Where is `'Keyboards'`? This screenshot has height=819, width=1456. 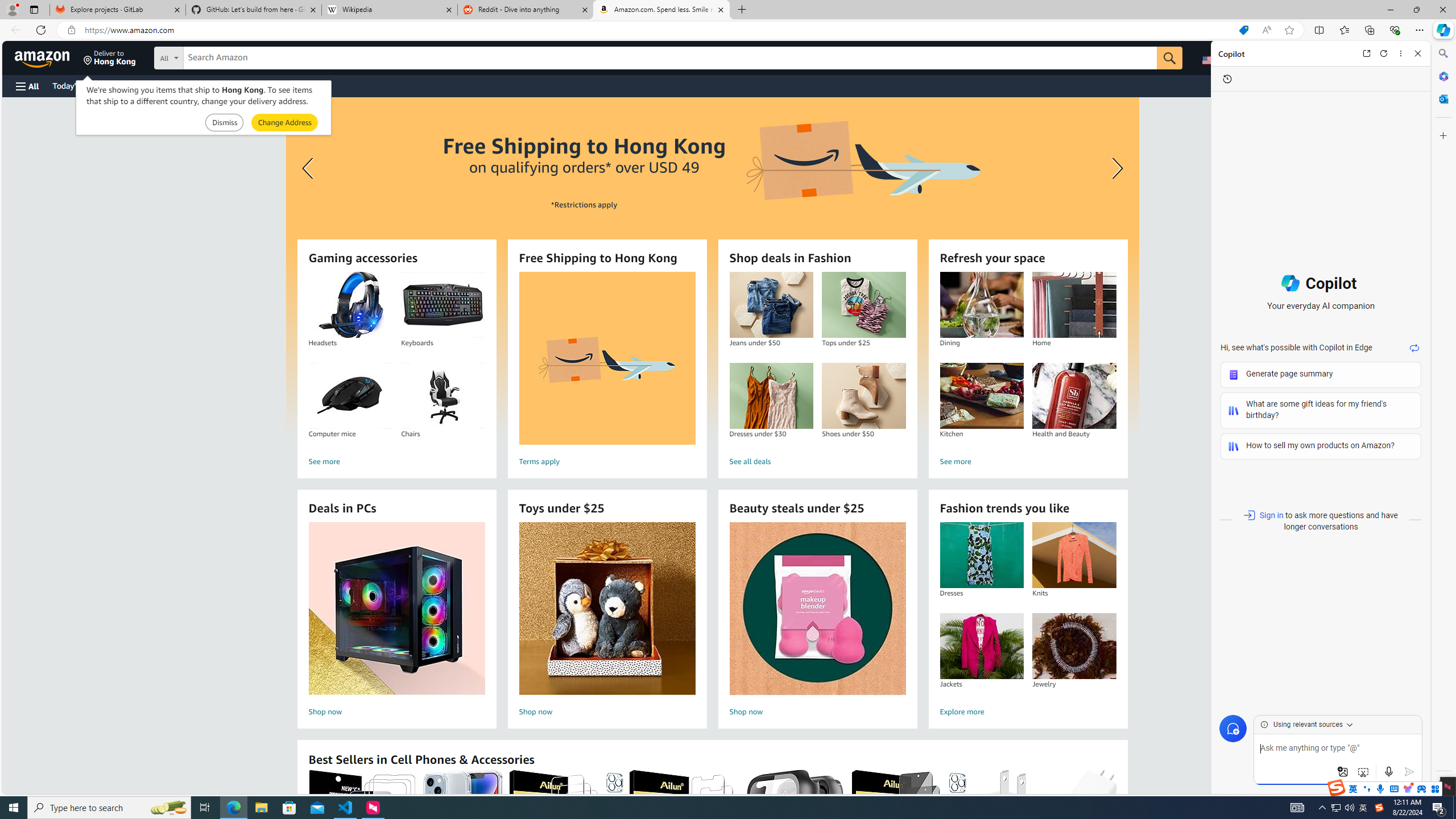
'Keyboards' is located at coordinates (442, 305).